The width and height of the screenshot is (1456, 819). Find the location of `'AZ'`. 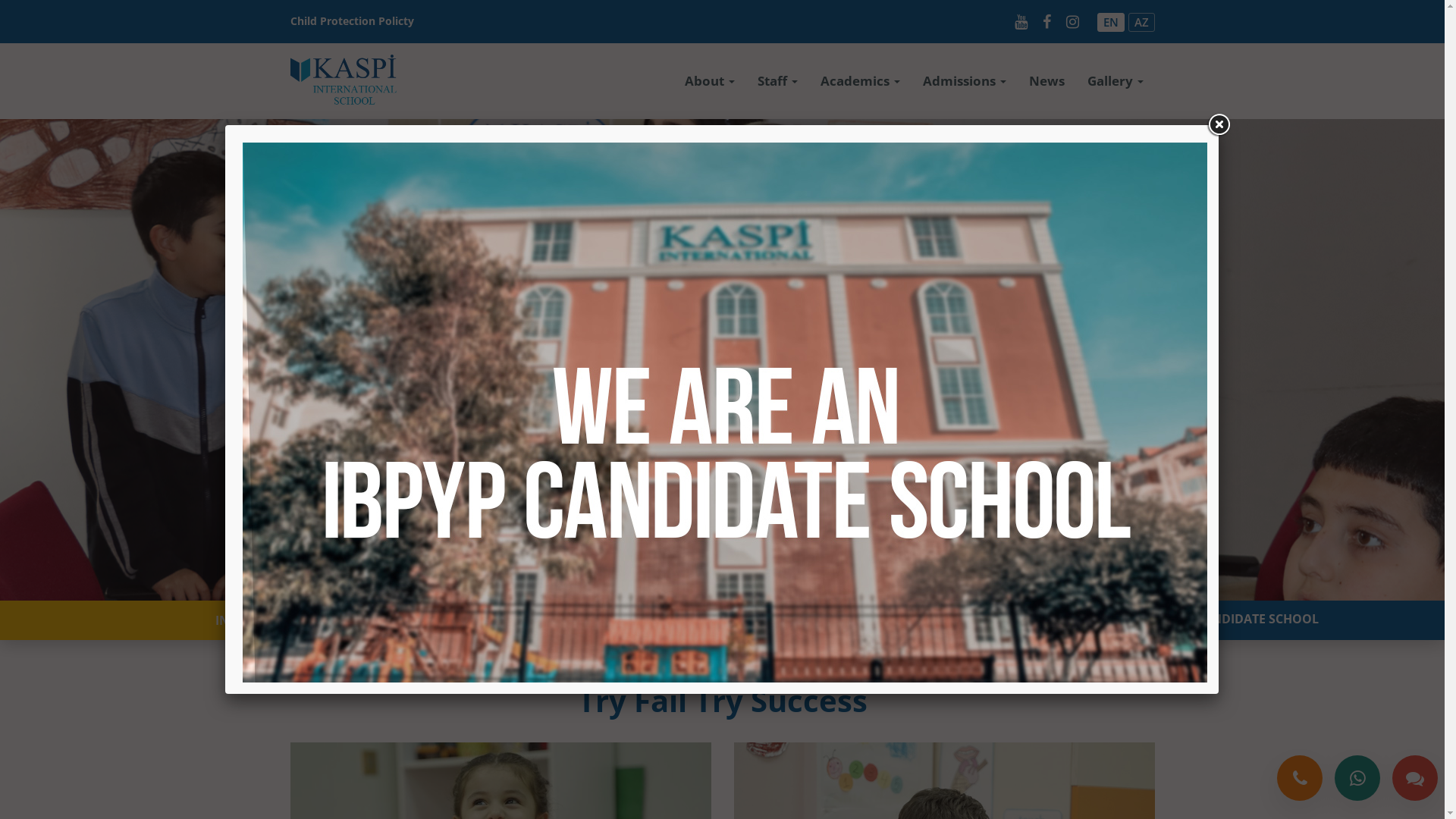

'AZ' is located at coordinates (1141, 21).